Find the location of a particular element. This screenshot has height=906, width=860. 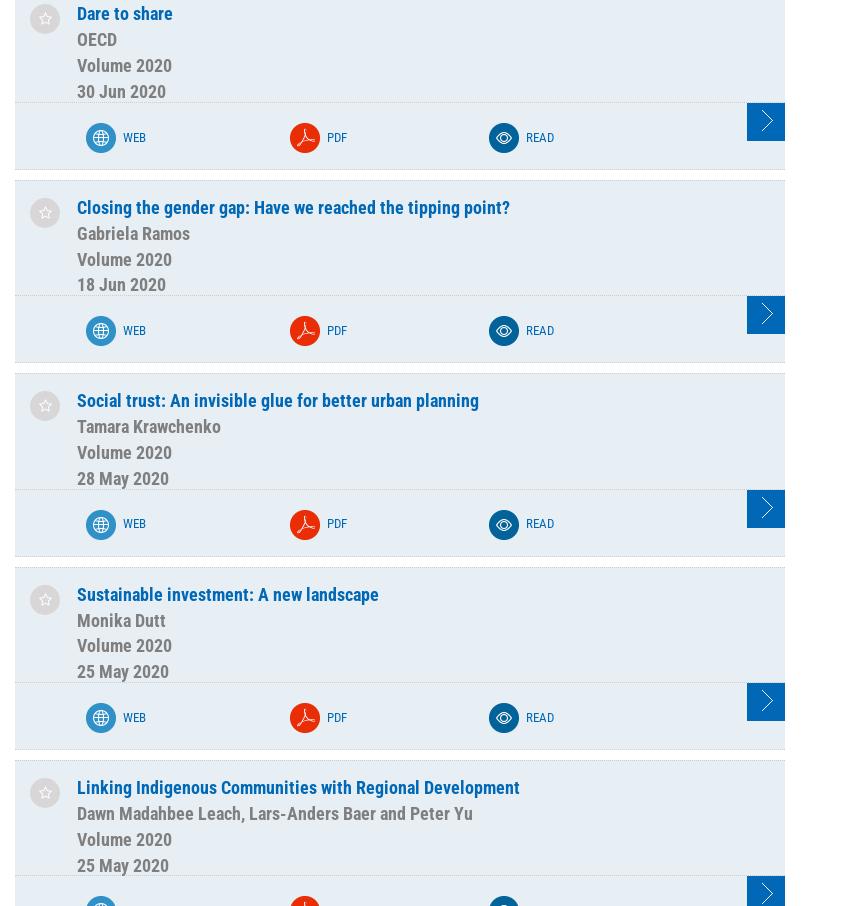

'Closing the gender gap: Have we reached the tipping point?' is located at coordinates (292, 205).